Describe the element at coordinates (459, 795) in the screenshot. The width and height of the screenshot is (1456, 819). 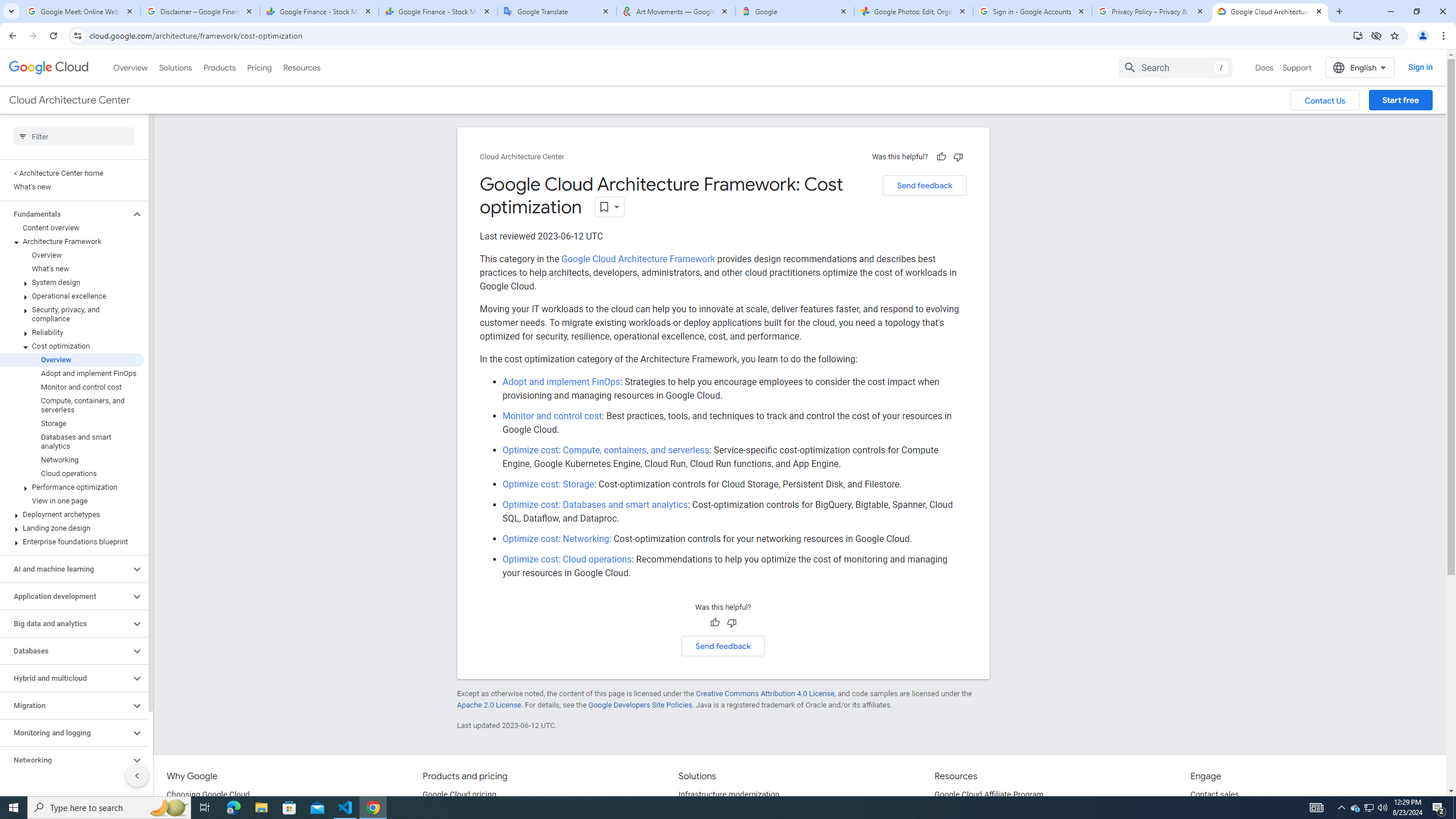
I see `'Google Cloud pricing'` at that location.